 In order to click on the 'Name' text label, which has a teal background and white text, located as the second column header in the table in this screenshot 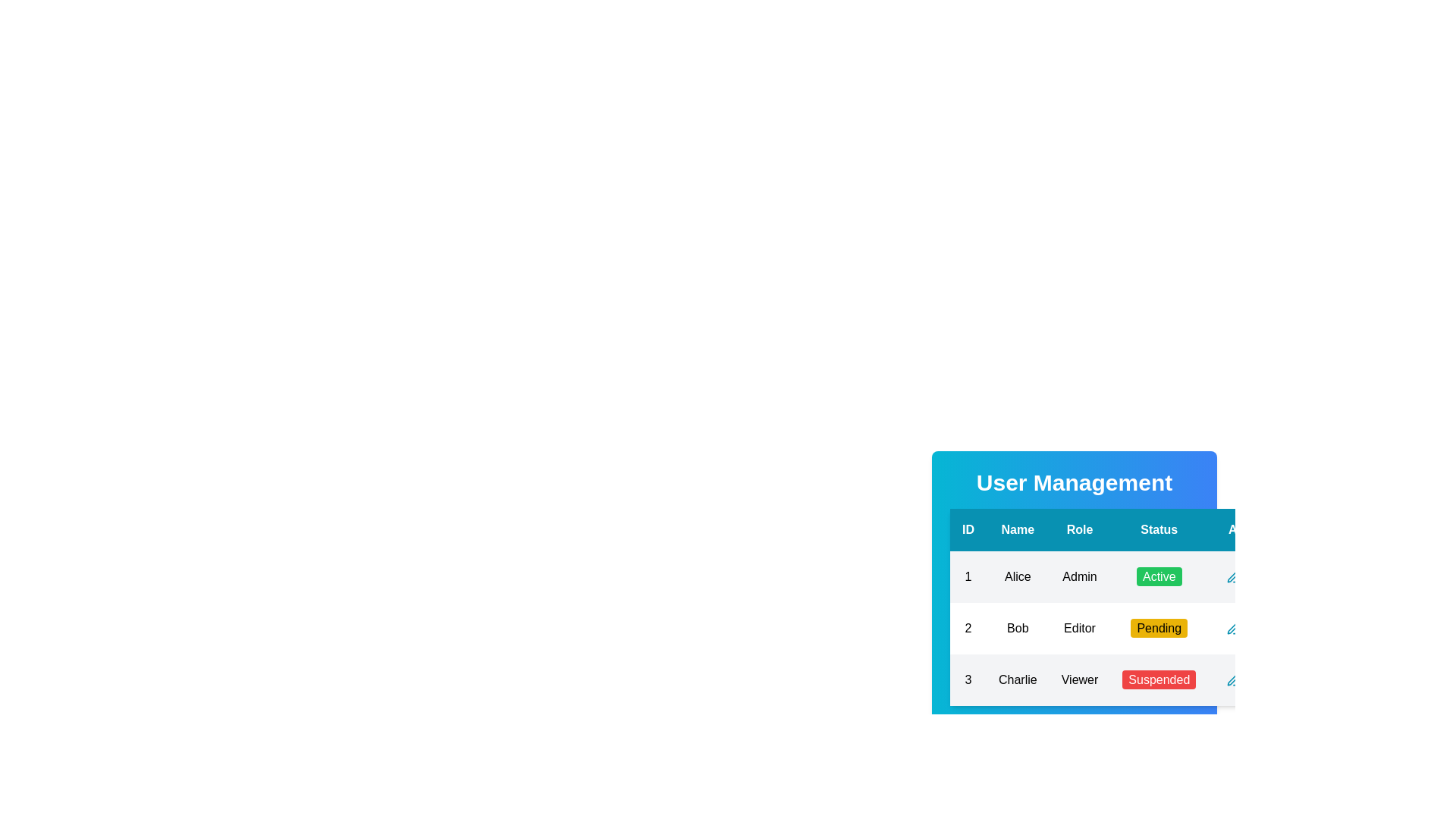, I will do `click(1018, 529)`.